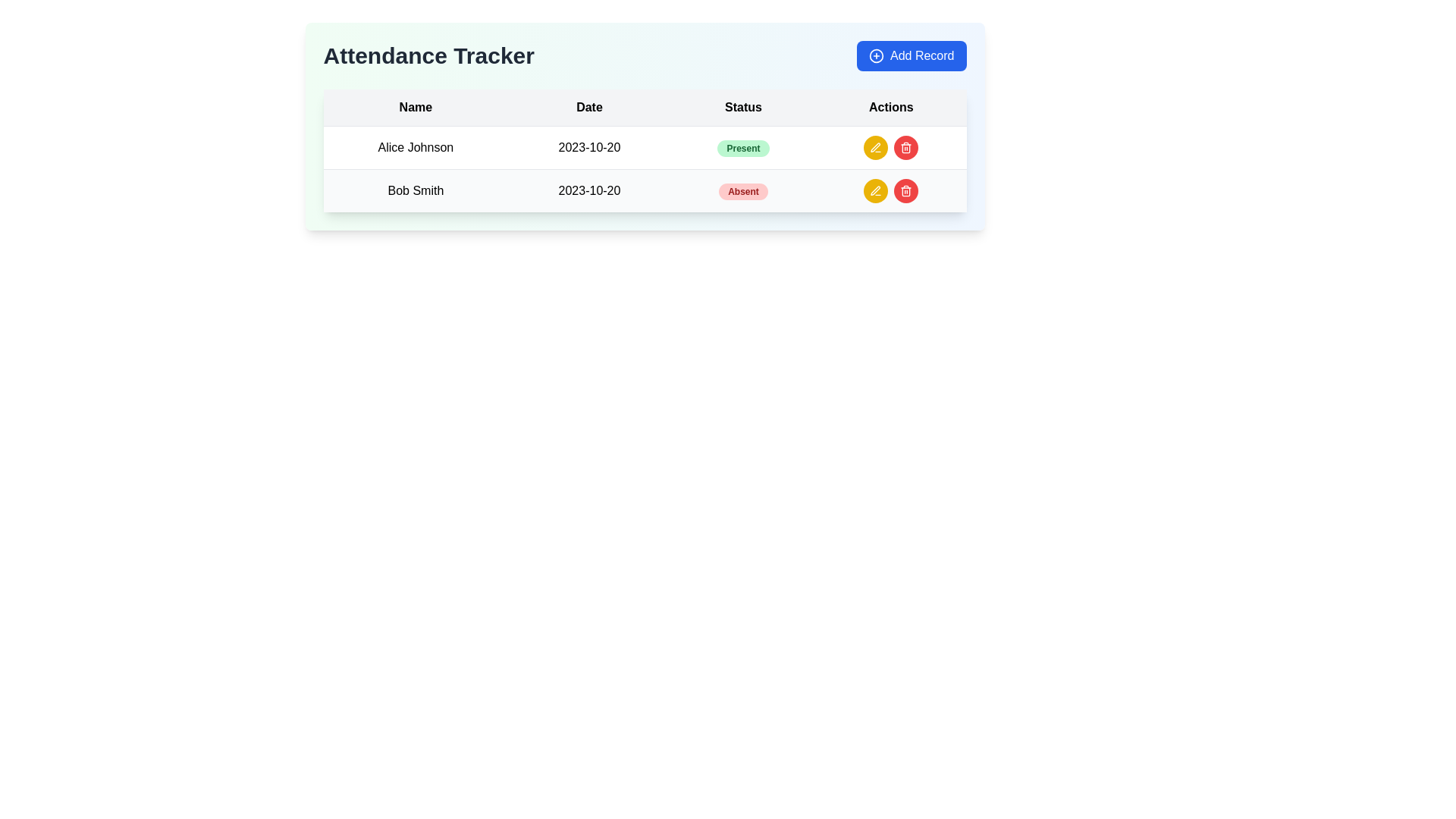  What do you see at coordinates (876, 148) in the screenshot?
I see `the edit button located in the second row of the 'Actions' column` at bounding box center [876, 148].